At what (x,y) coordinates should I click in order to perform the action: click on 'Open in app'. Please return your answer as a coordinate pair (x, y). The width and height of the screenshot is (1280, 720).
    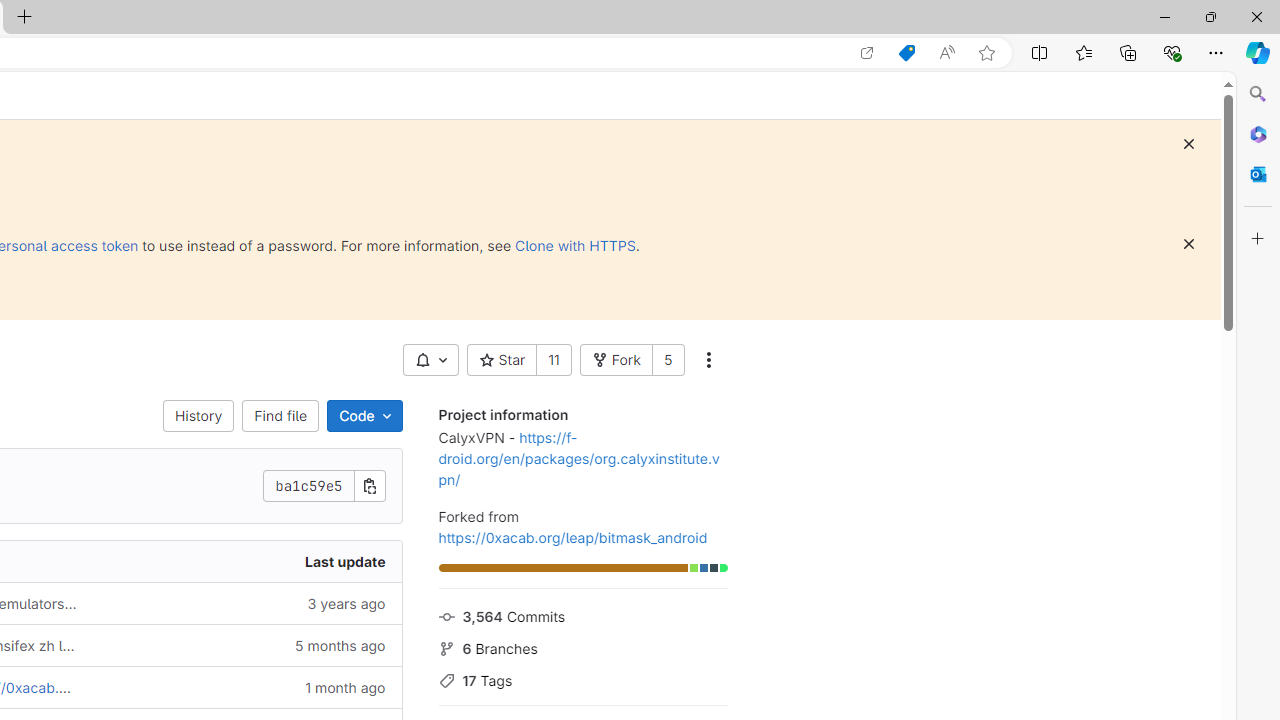
    Looking at the image, I should click on (867, 52).